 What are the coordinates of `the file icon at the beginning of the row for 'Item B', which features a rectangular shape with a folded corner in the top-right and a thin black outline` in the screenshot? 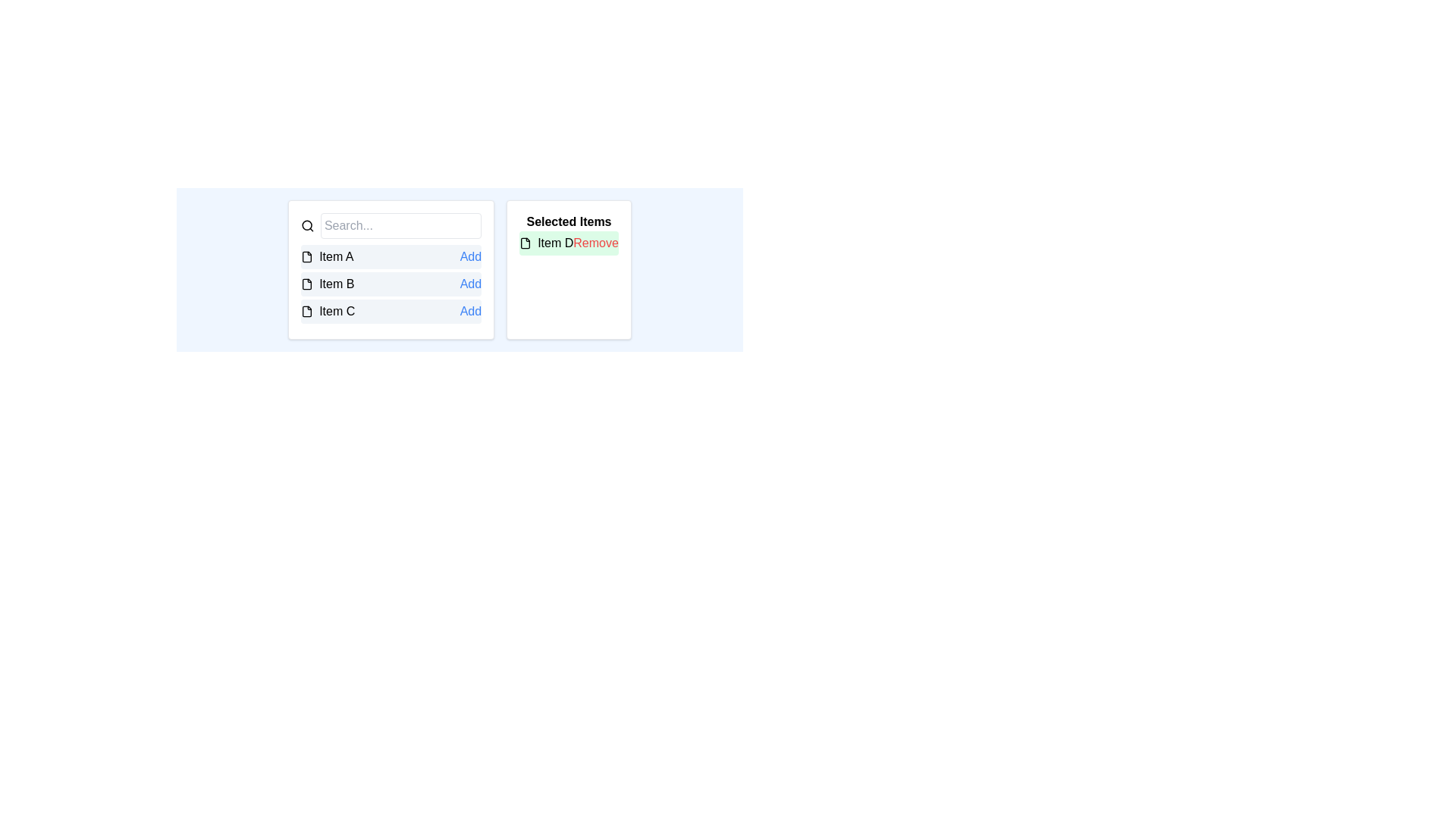 It's located at (306, 284).